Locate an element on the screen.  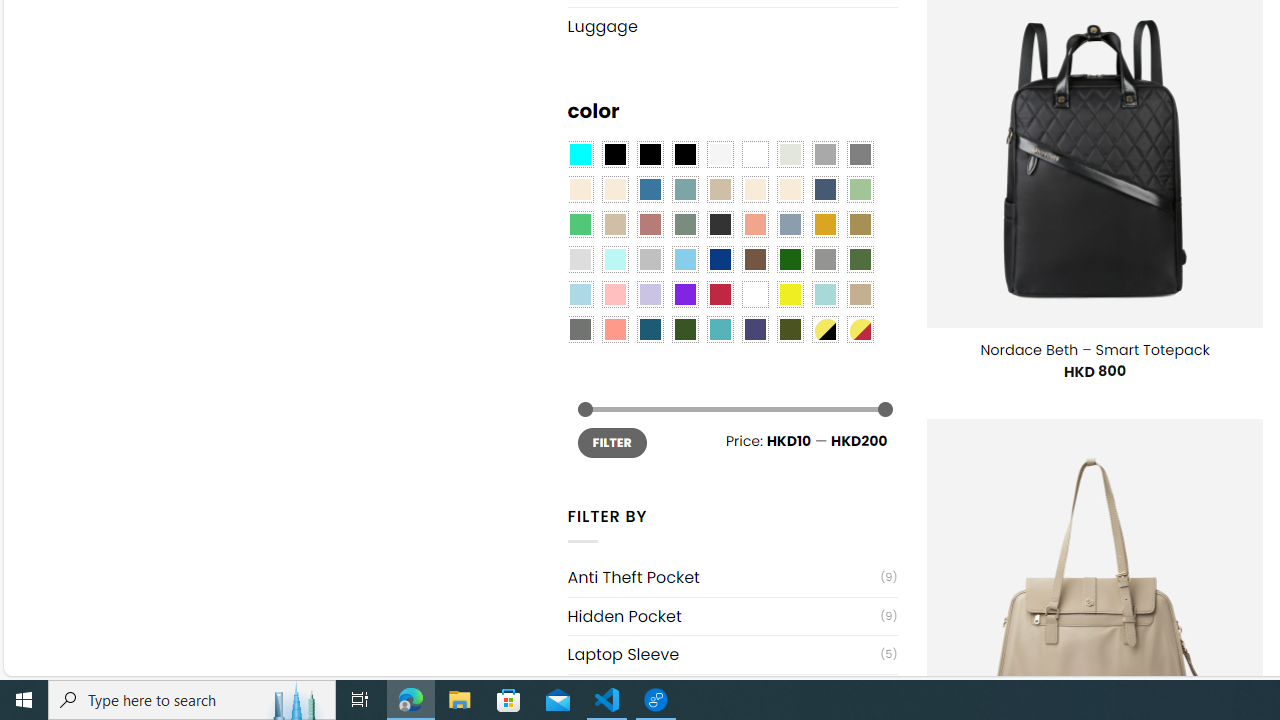
'Purple' is located at coordinates (684, 295).